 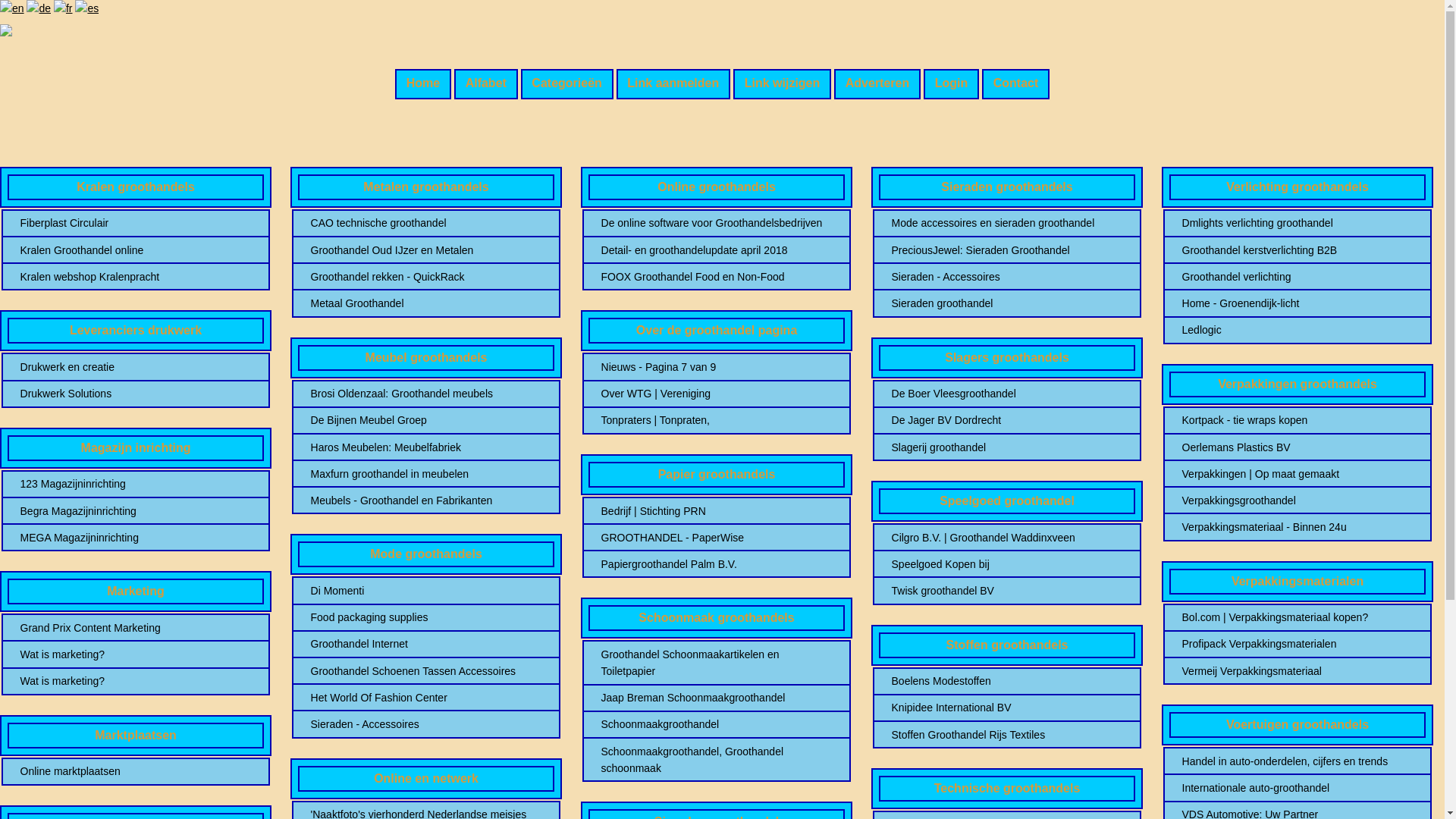 I want to click on 'Speelgoed Kopen bij', so click(x=1007, y=564).